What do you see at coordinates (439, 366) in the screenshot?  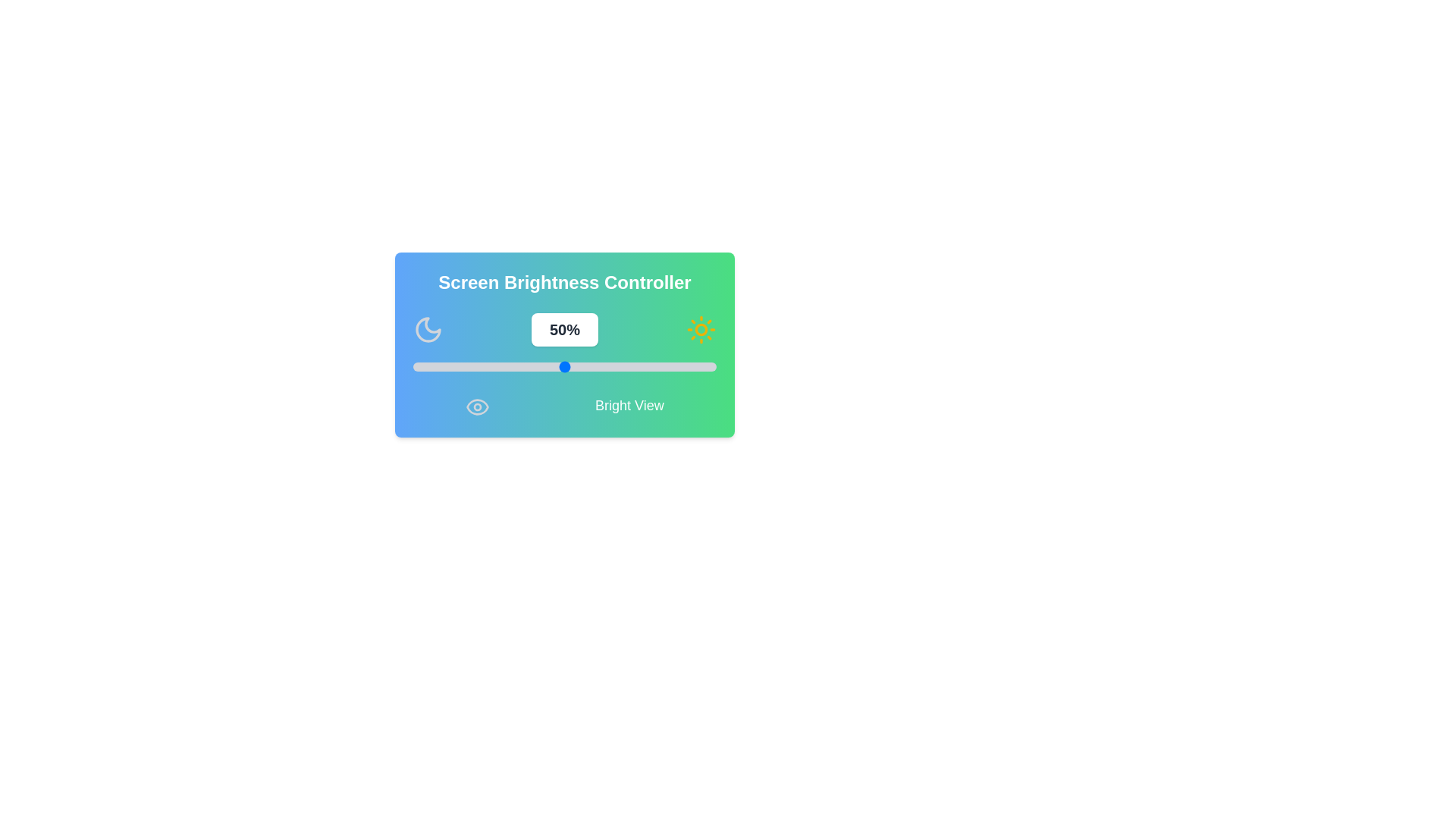 I see `the brightness level to 9% using the slider` at bounding box center [439, 366].